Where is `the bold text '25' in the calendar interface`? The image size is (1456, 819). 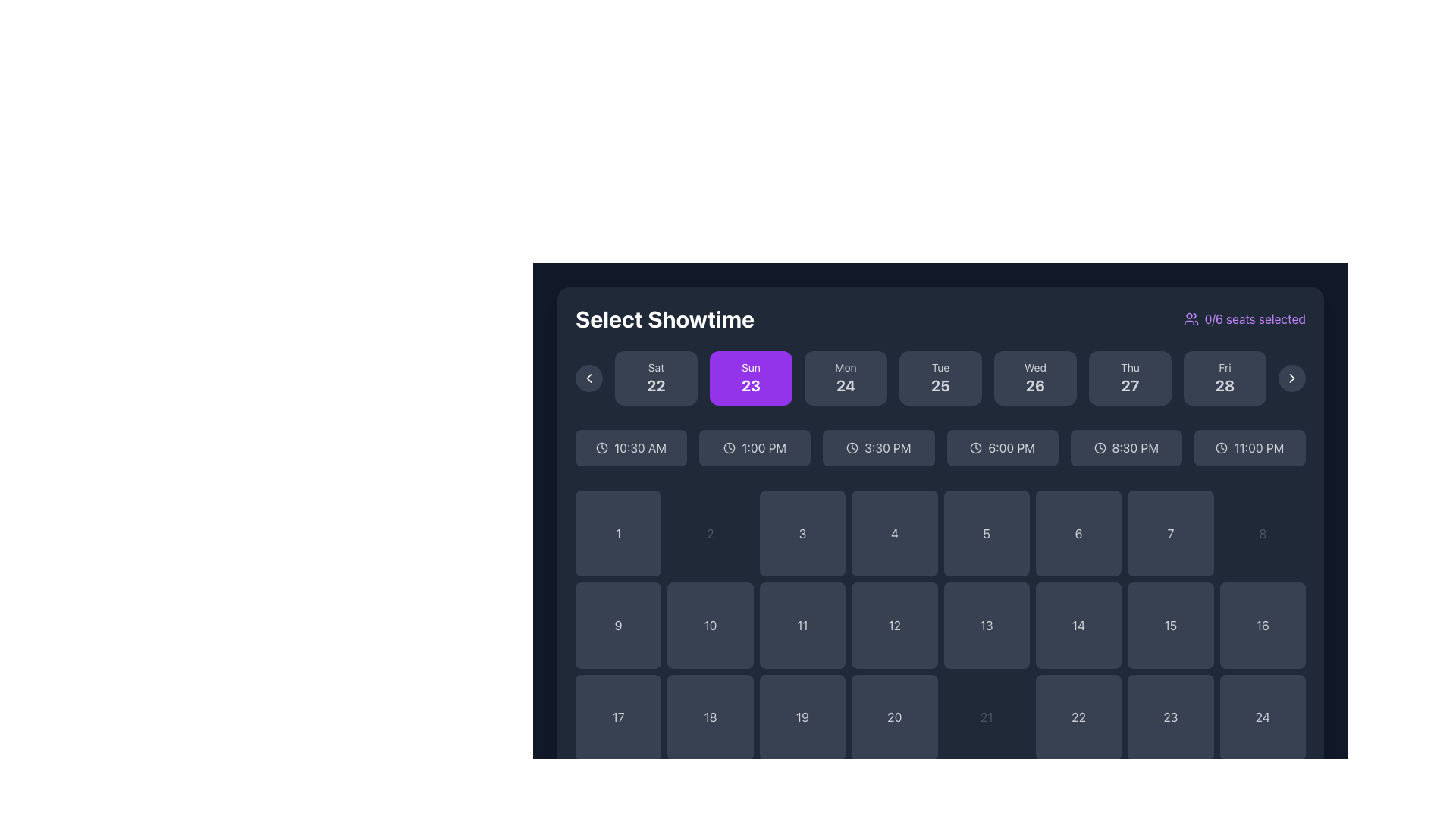
the bold text '25' in the calendar interface is located at coordinates (940, 385).